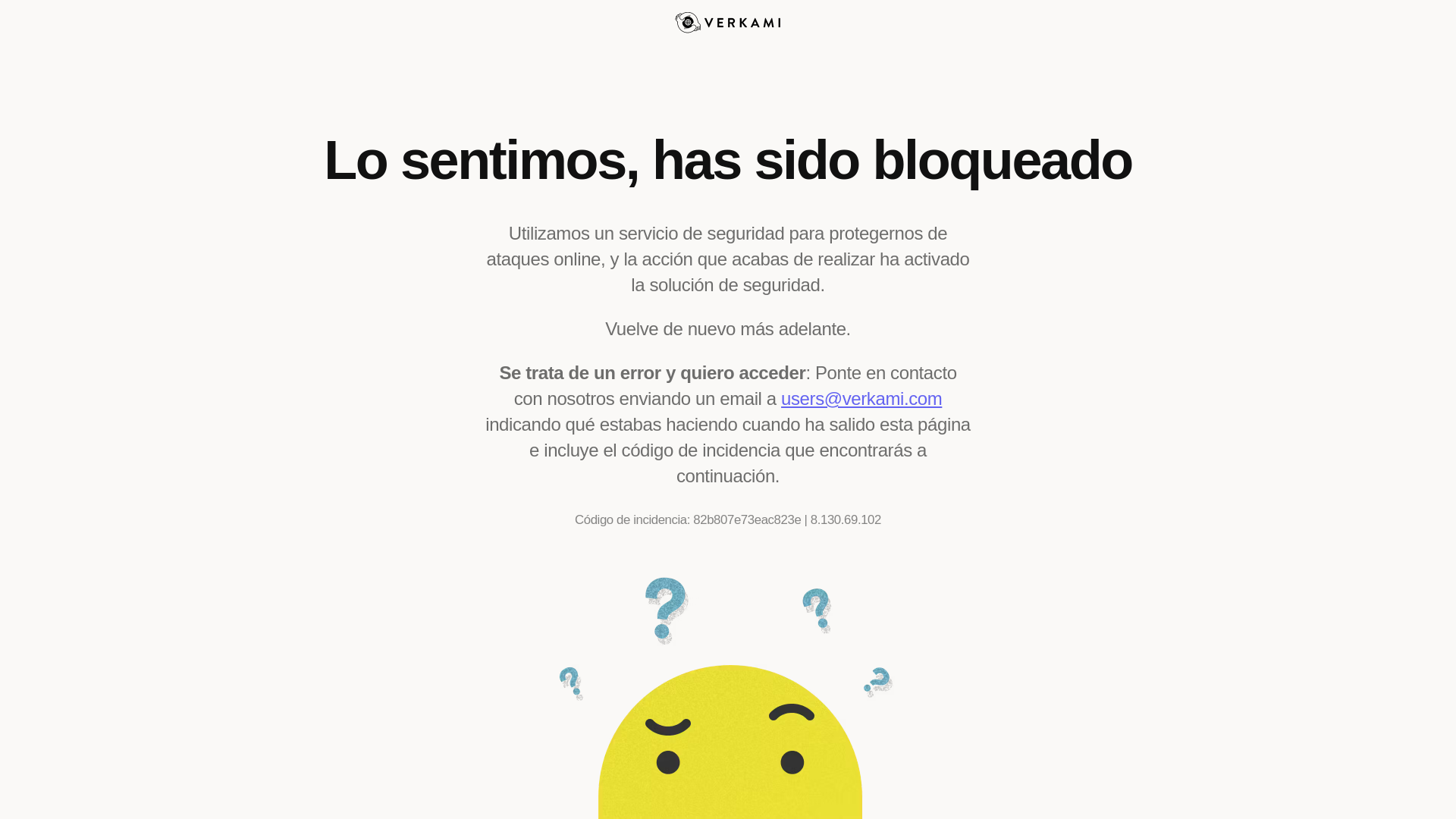  What do you see at coordinates (861, 397) in the screenshot?
I see `'users@verkami.com'` at bounding box center [861, 397].